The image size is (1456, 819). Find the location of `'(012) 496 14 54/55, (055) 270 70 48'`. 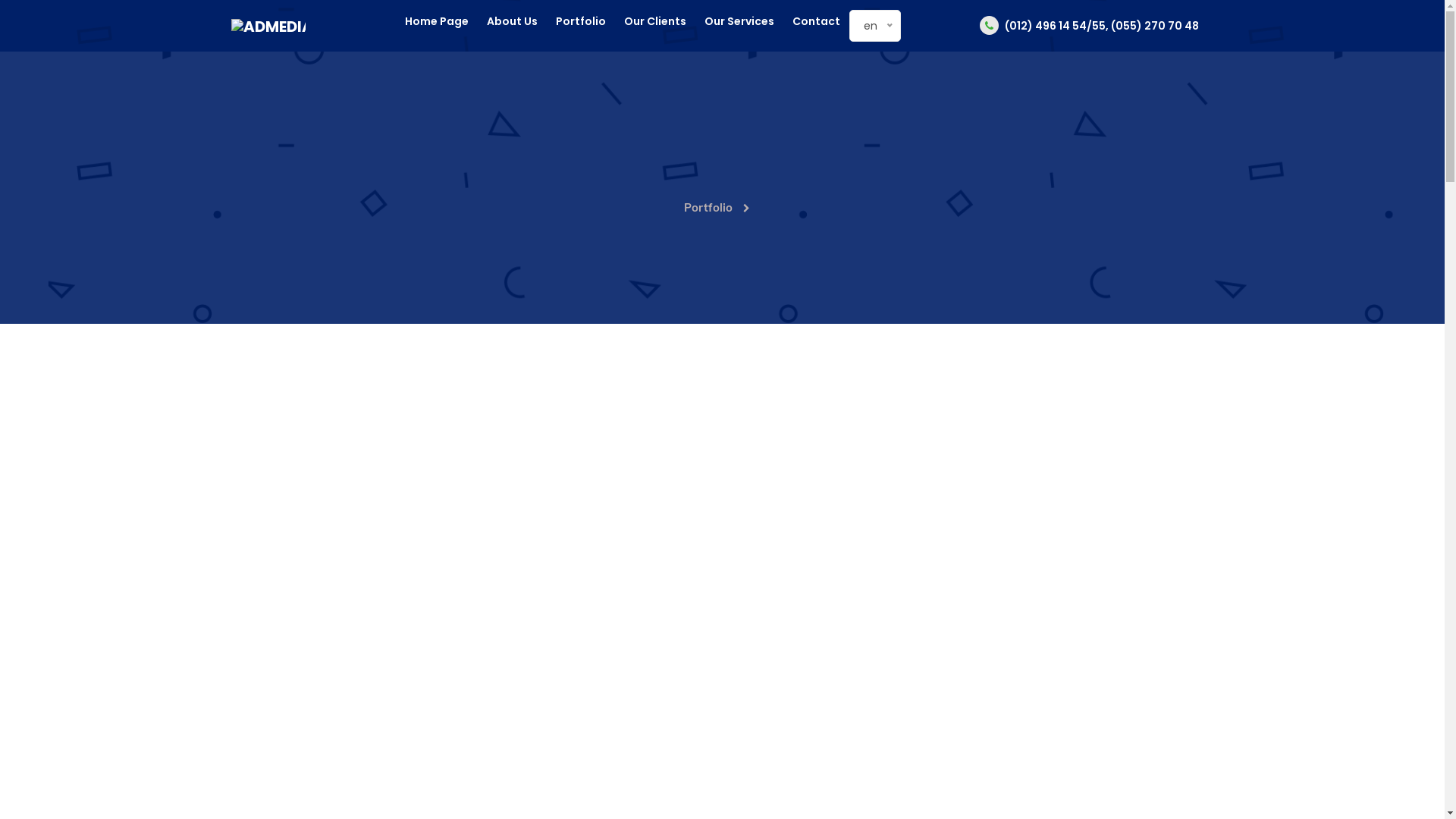

'(012) 496 14 54/55, (055) 270 70 48' is located at coordinates (1088, 26).